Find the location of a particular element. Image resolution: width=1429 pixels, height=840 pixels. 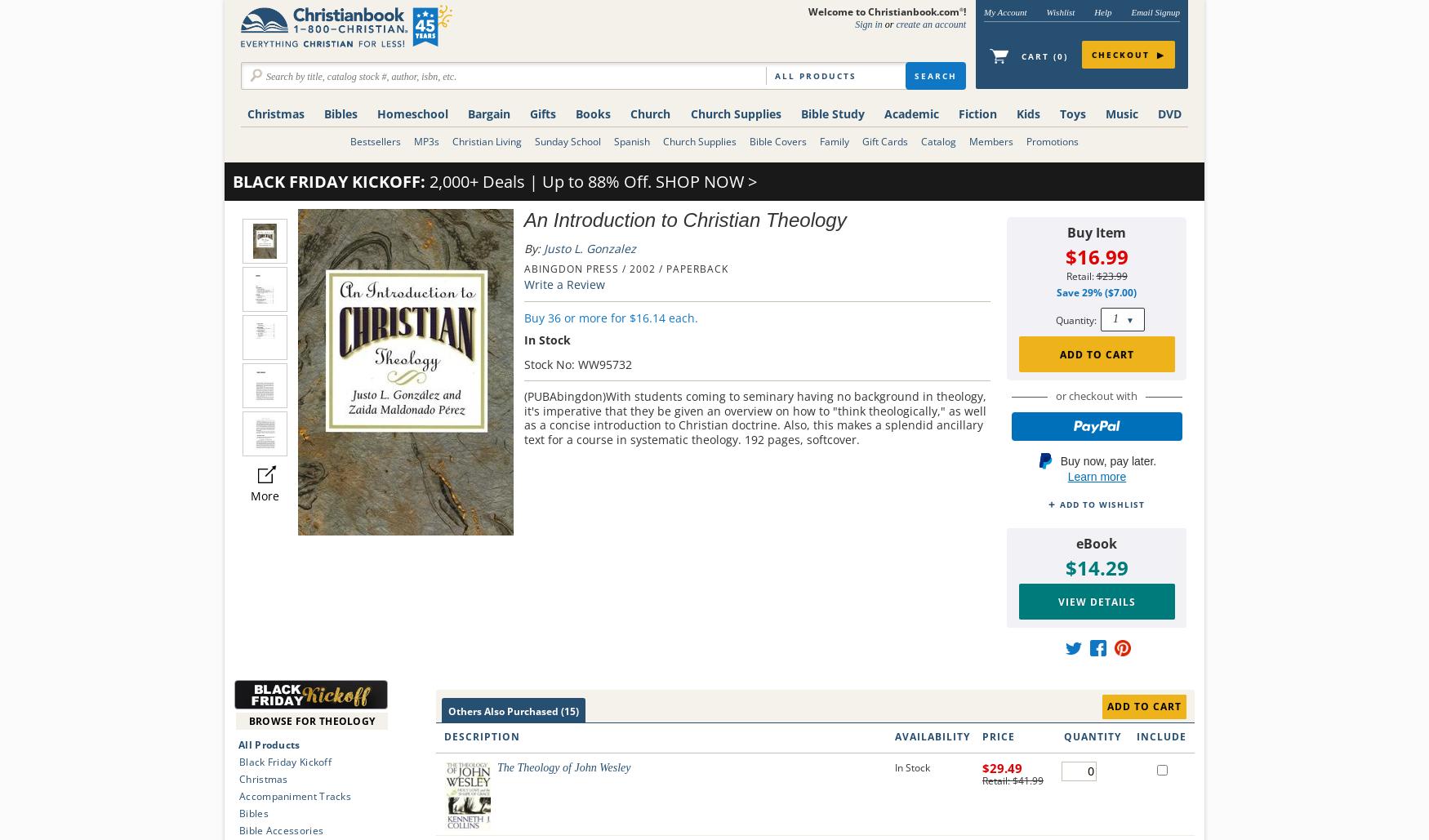

'Church' is located at coordinates (649, 113).